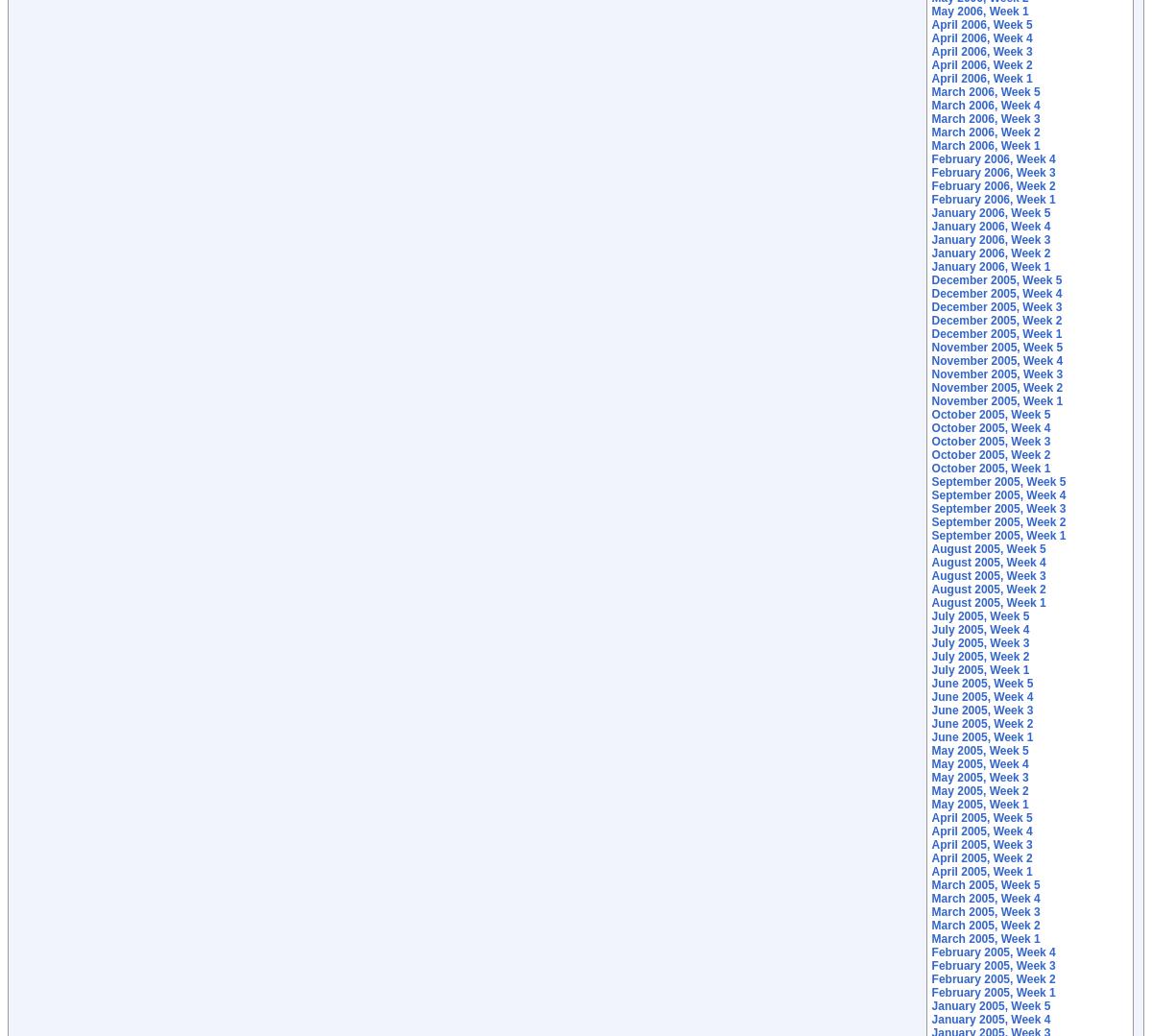 This screenshot has width=1152, height=1036. What do you see at coordinates (981, 856) in the screenshot?
I see `'April 2005, Week 2'` at bounding box center [981, 856].